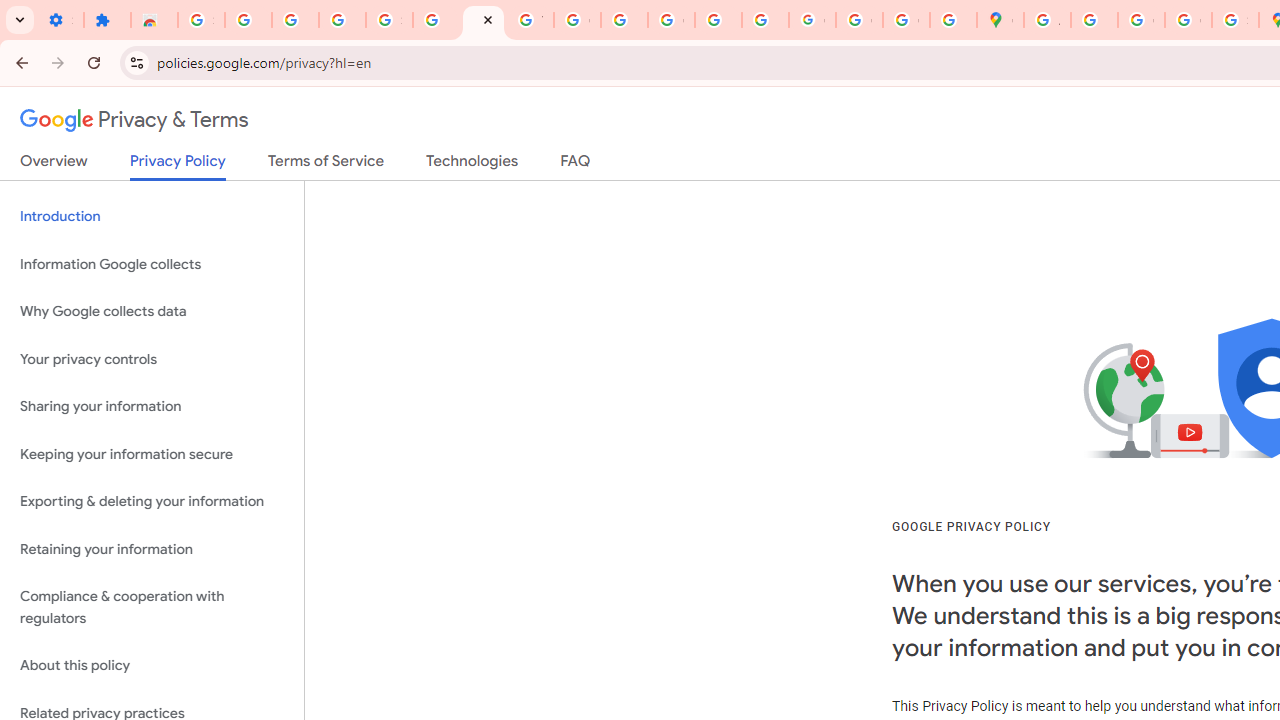 The height and width of the screenshot is (720, 1280). I want to click on 'About this policy', so click(151, 666).